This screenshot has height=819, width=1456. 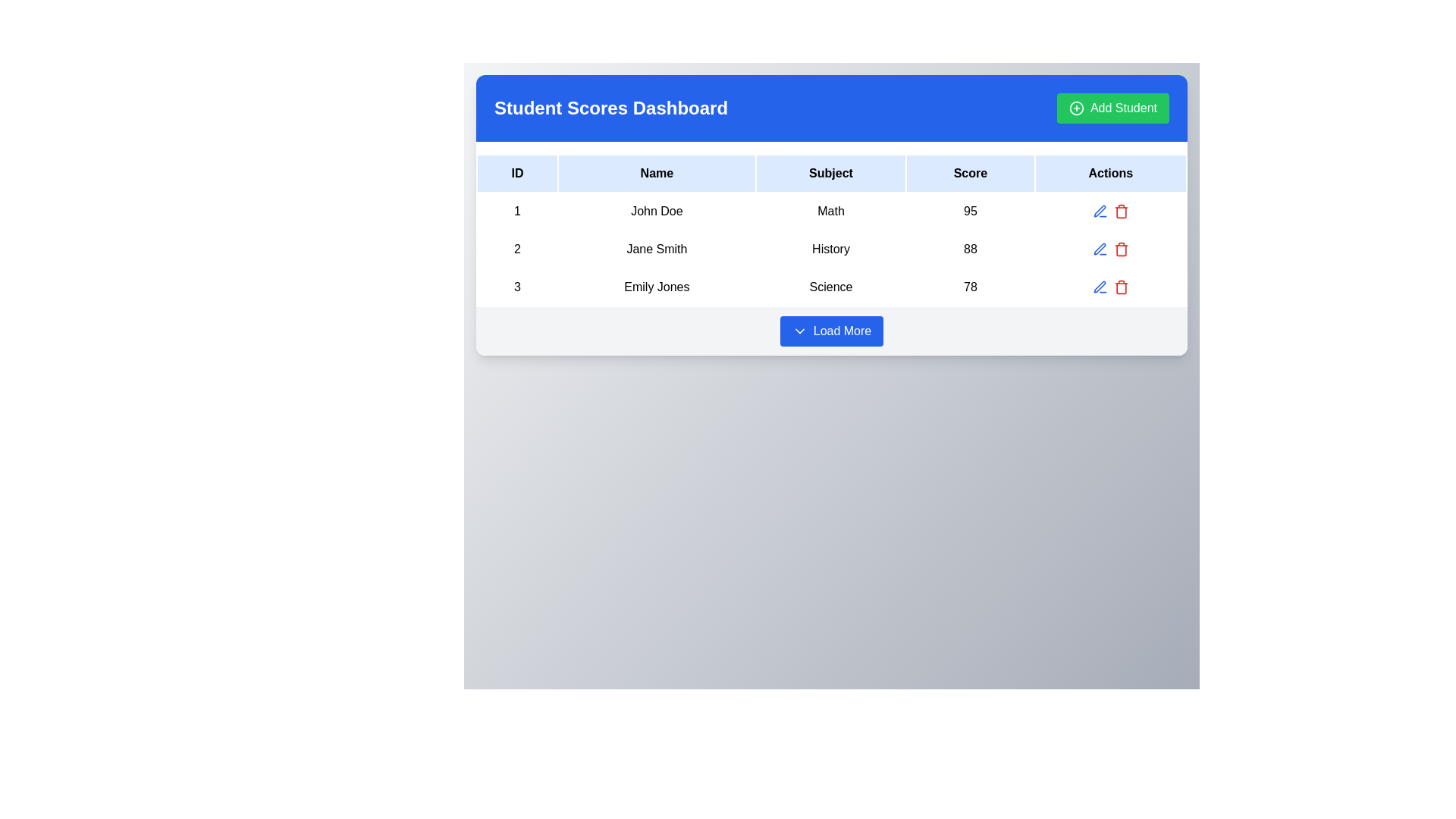 I want to click on the delete button in the action column of the table for the entry corresponding to Emily Jones, so click(x=1121, y=287).